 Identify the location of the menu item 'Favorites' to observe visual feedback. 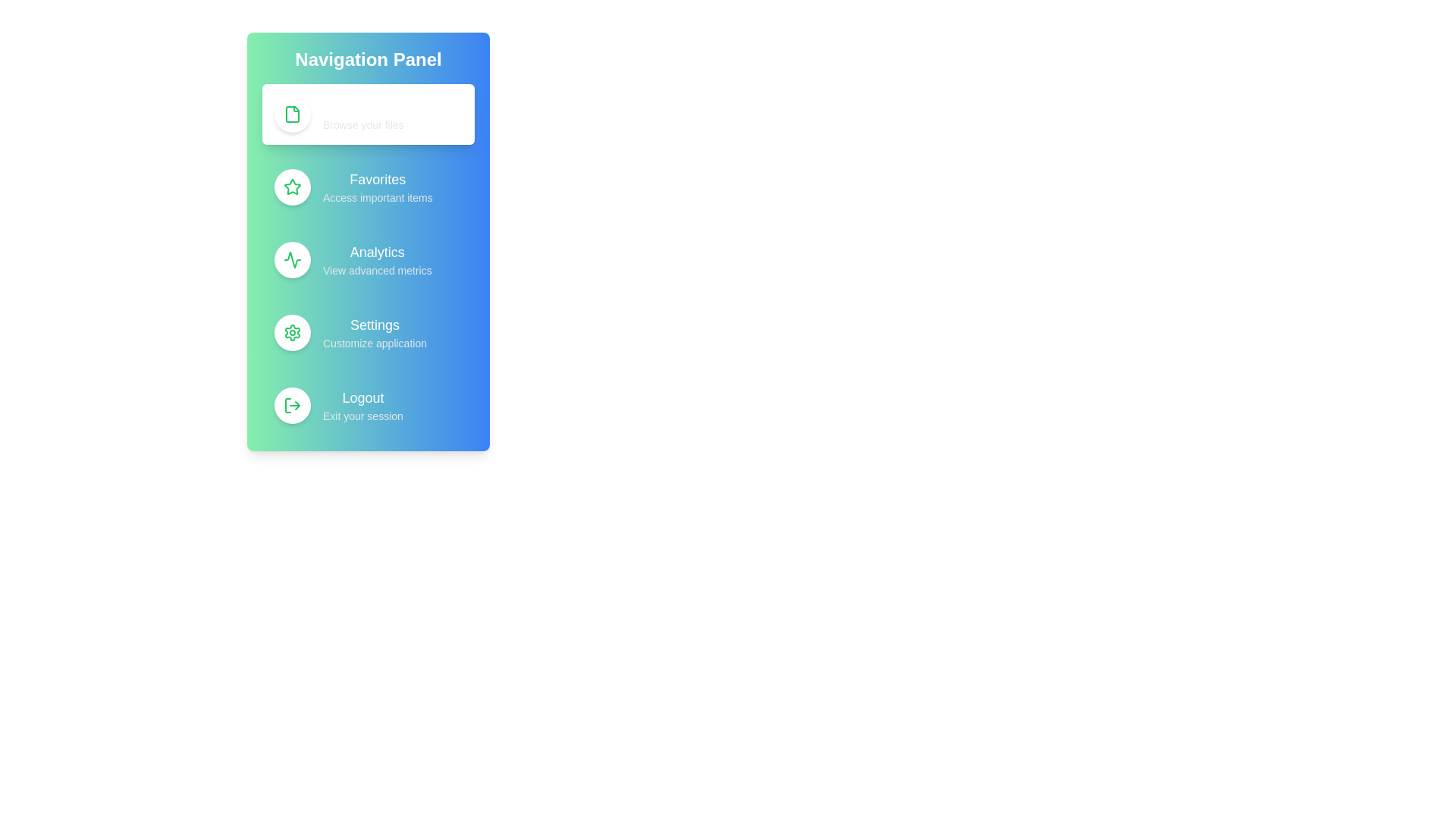
(368, 186).